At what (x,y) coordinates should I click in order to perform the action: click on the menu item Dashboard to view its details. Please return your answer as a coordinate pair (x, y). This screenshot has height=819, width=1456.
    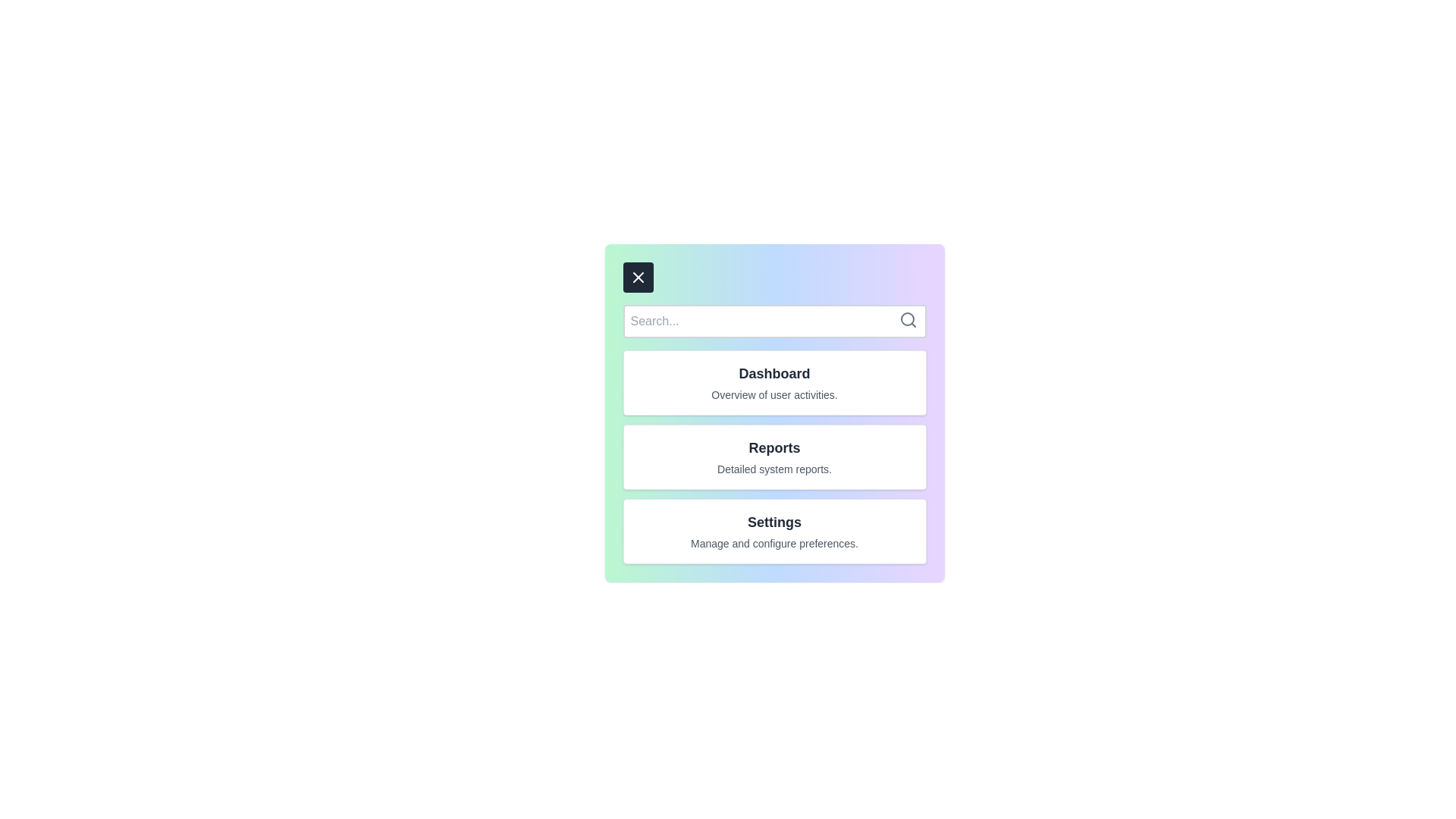
    Looking at the image, I should click on (774, 382).